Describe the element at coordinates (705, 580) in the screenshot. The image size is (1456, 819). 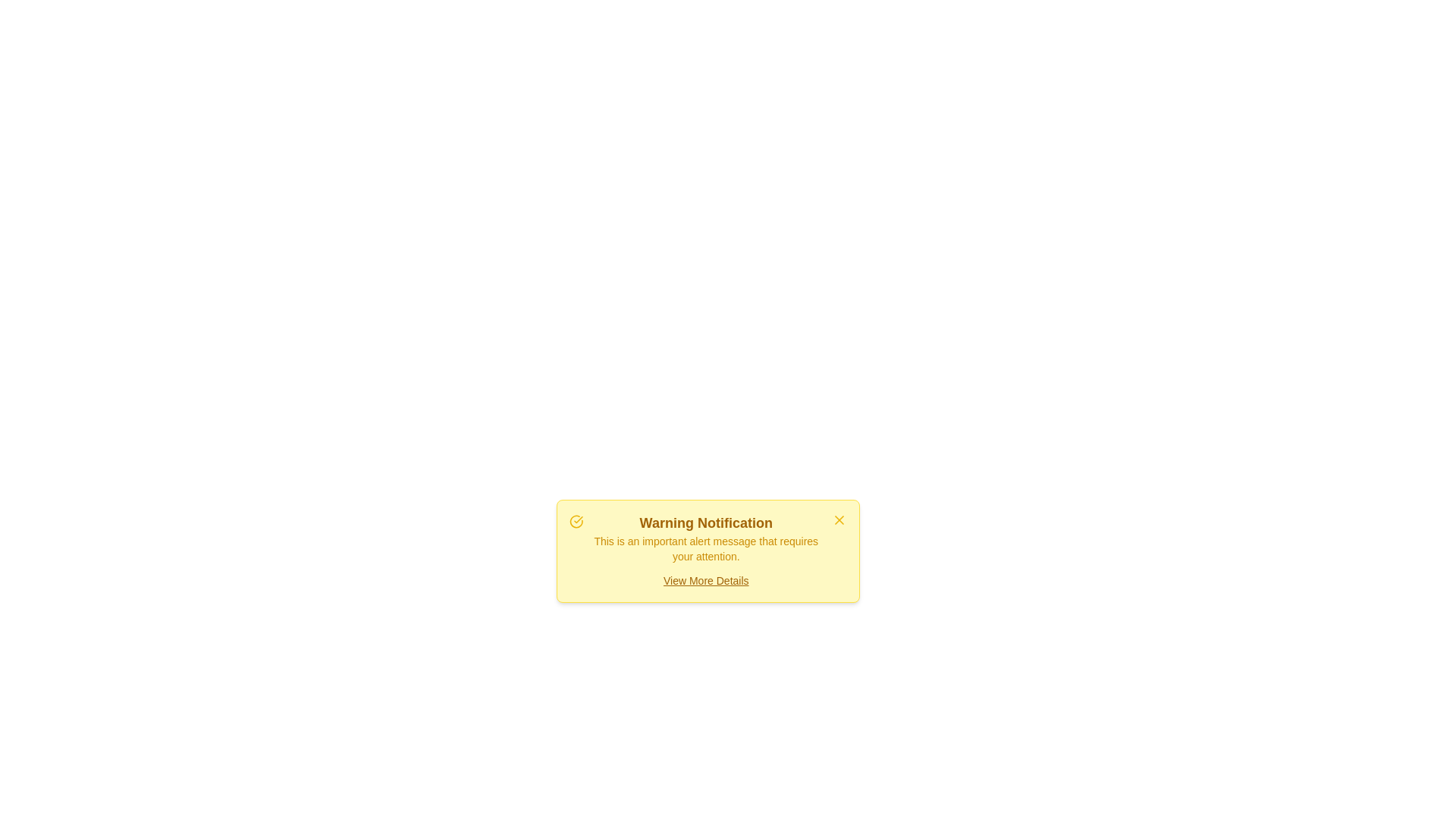
I see `the 'View More Details' button to open the detailed information link` at that location.